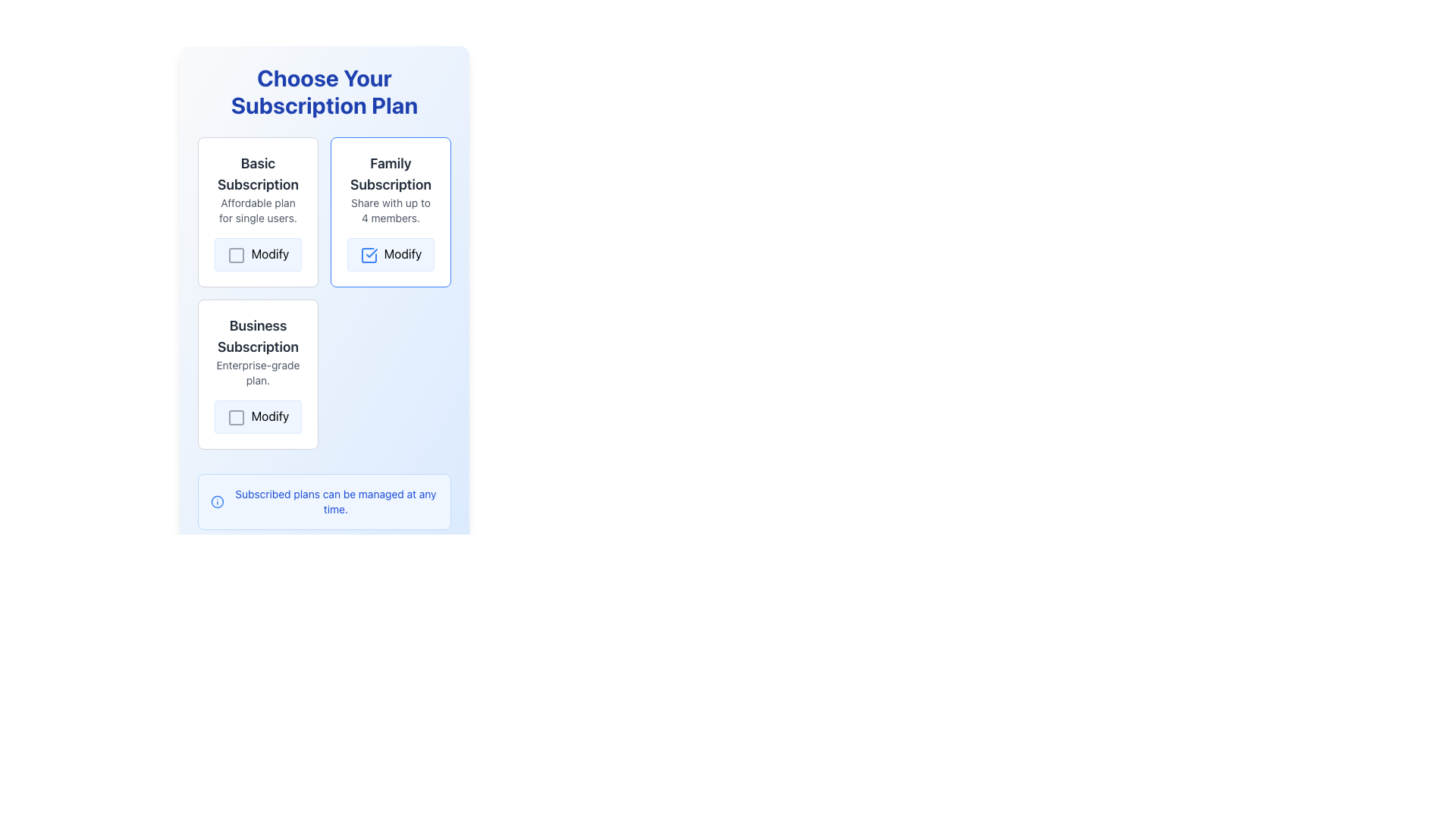 The image size is (1456, 819). I want to click on the circular icon with a blue border and white fill located near the bottom of the interface, to the left of the text label 'Subscribed plans can be managed at any time.', so click(217, 501).